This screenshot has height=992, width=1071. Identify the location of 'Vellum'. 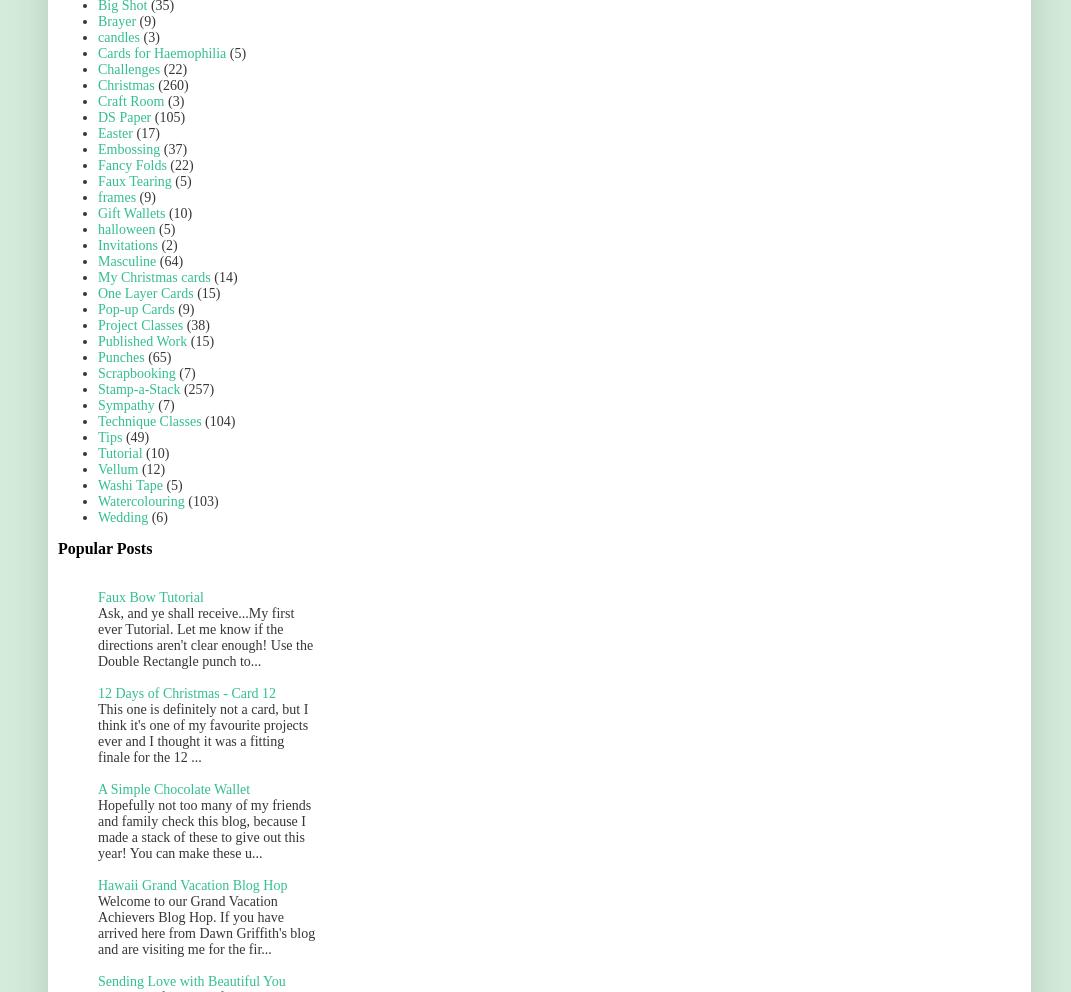
(97, 469).